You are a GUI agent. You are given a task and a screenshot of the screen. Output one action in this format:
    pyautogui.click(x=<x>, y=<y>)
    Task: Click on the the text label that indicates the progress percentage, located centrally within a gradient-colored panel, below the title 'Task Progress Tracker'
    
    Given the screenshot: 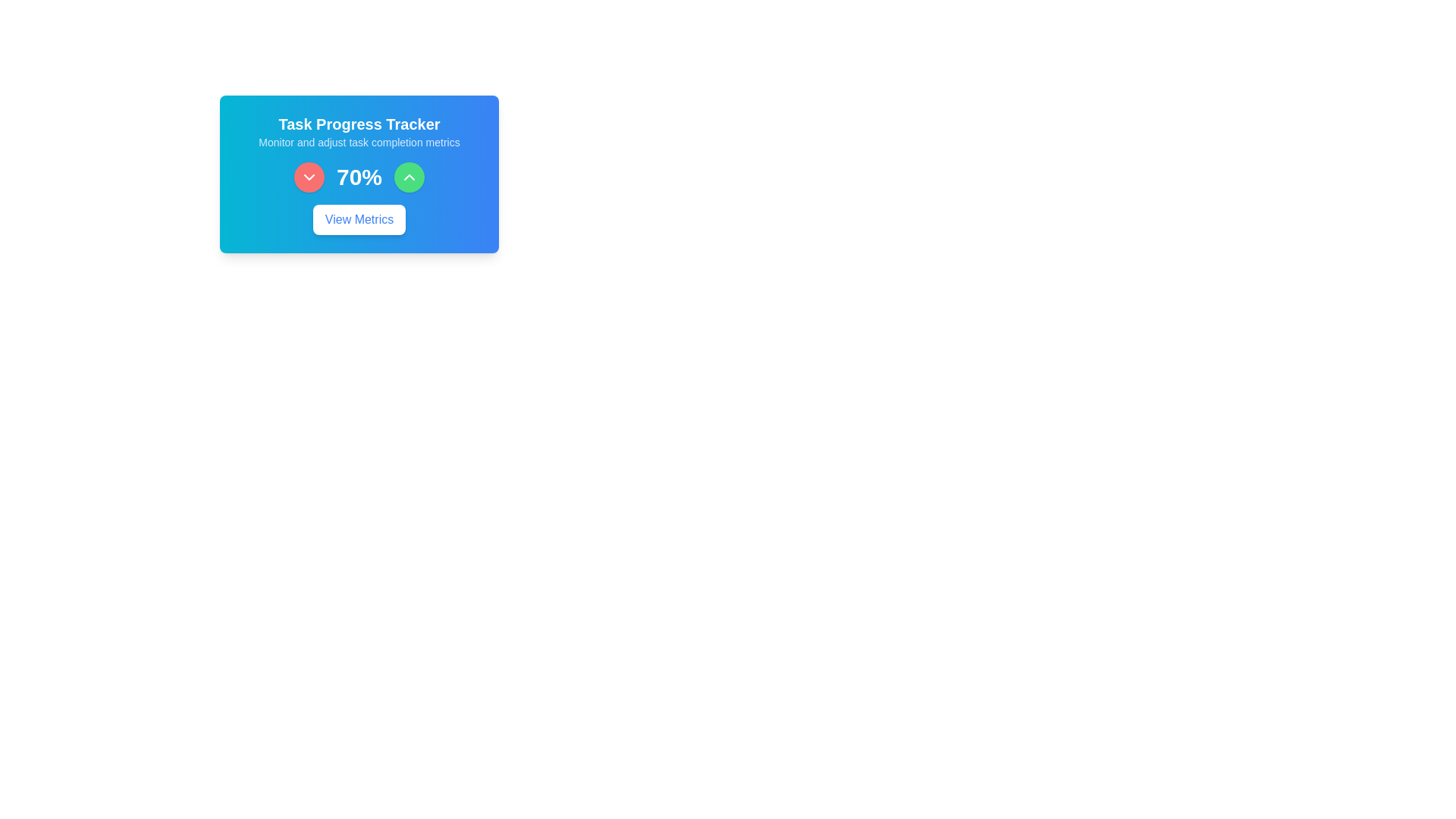 What is the action you would take?
    pyautogui.click(x=359, y=177)
    